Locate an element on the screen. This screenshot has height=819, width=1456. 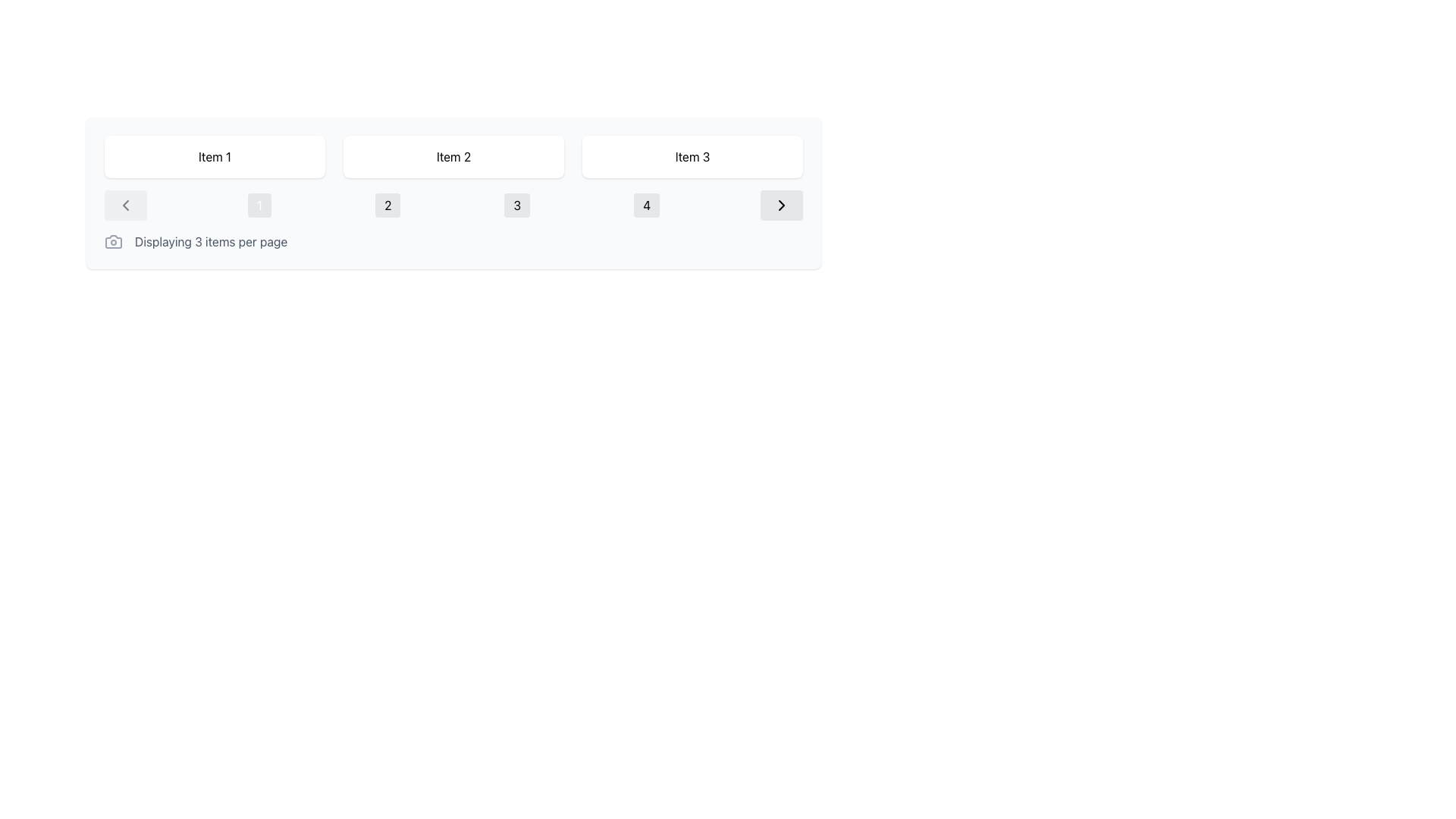
the pagination button displaying the number '3', which is styled as a rounded rectangle with a light gray background is located at coordinates (517, 205).